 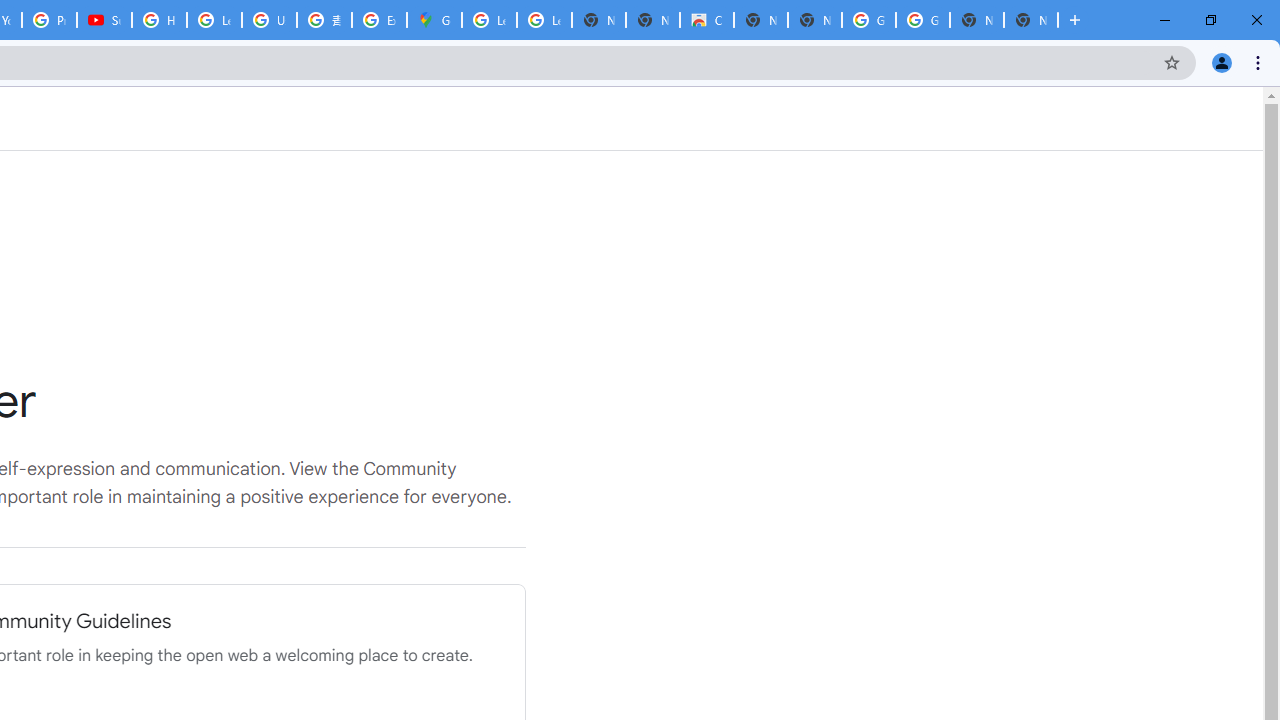 I want to click on 'Google Images', so click(x=869, y=20).